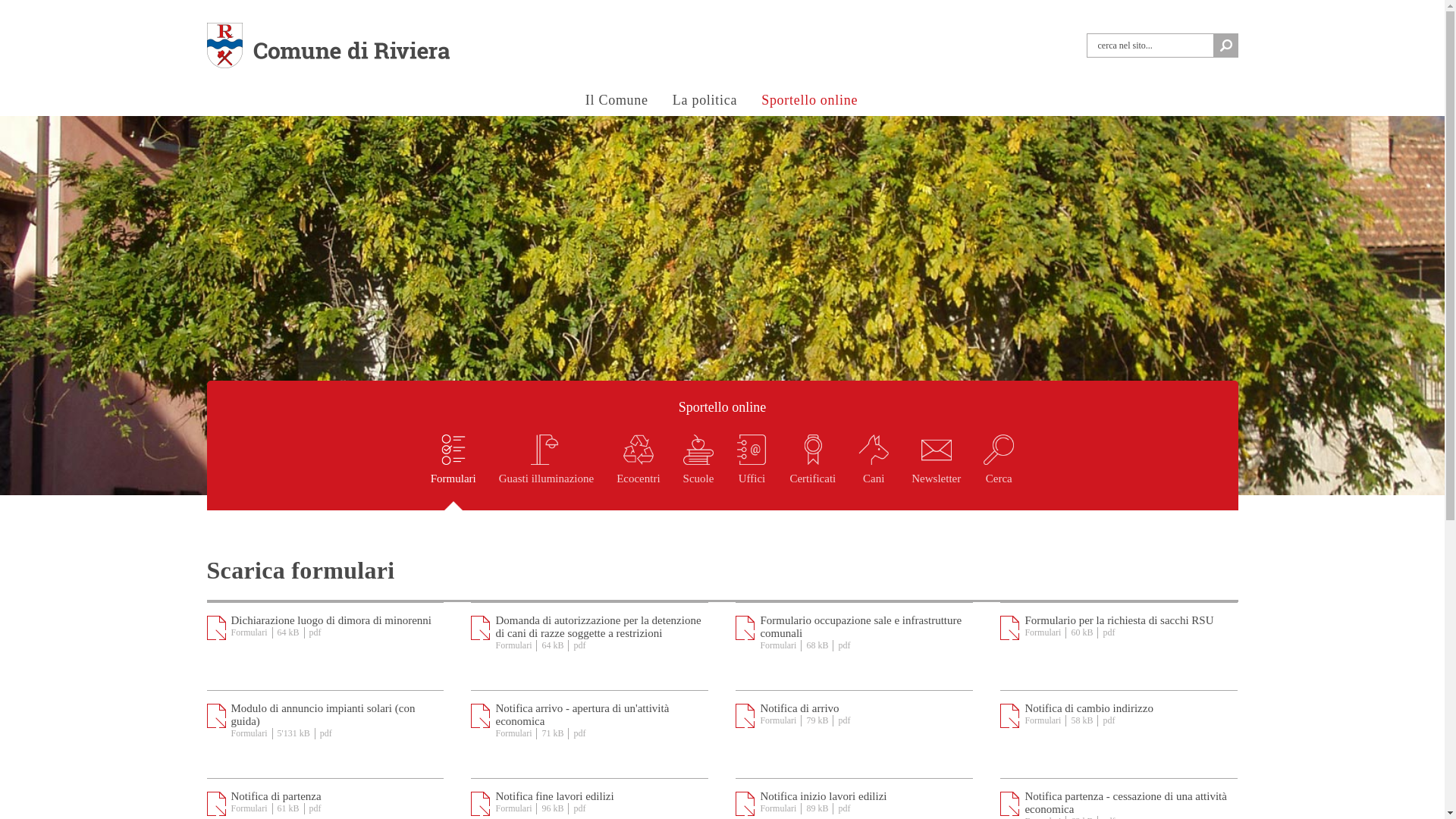 This screenshot has height=819, width=1456. I want to click on 'Il Comune', so click(617, 101).